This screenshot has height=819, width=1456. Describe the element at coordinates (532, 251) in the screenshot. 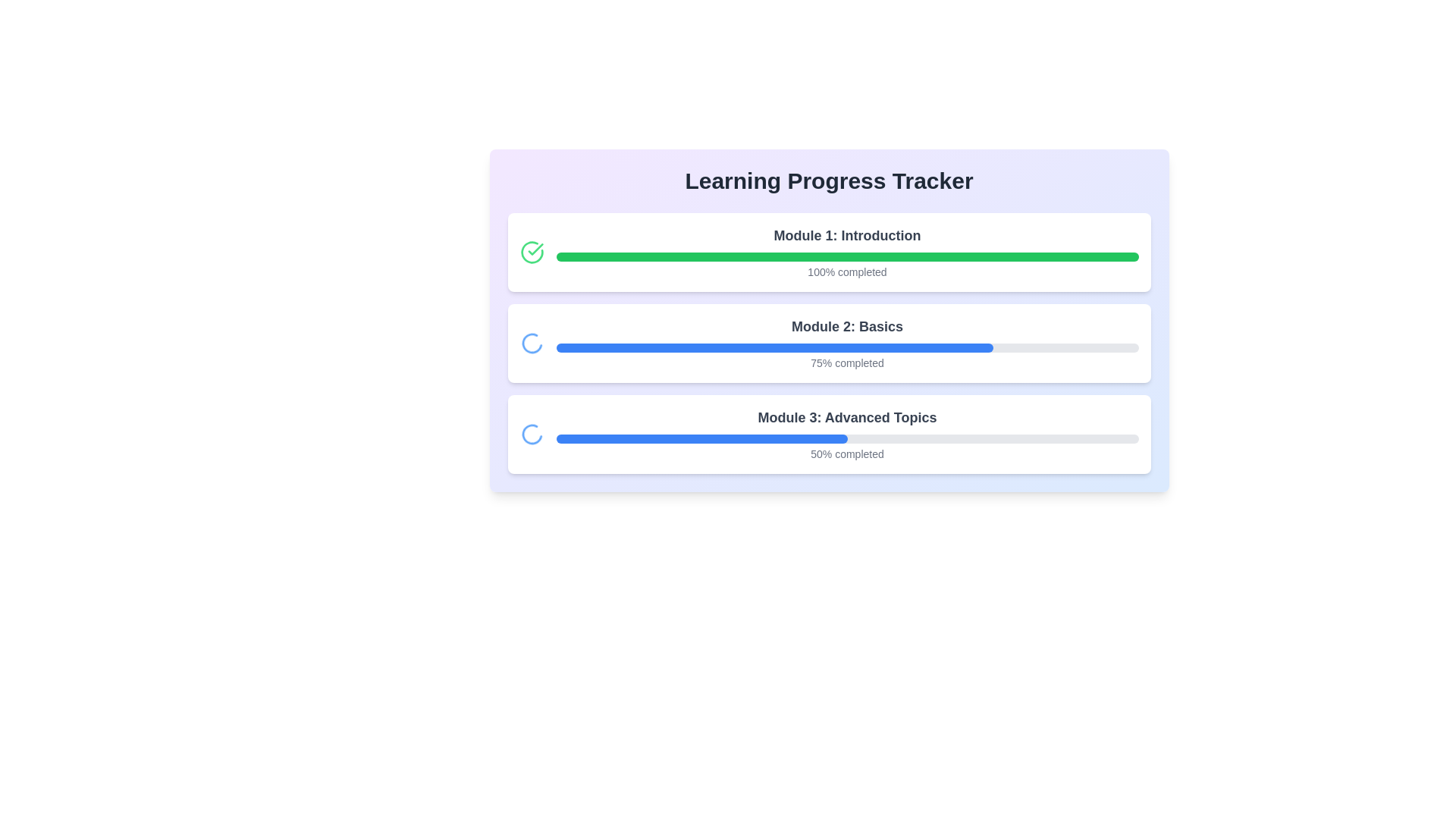

I see `the green checkmark icon inside a circular outline, which indicates completion status for 'Module 1: Introduction'` at that location.